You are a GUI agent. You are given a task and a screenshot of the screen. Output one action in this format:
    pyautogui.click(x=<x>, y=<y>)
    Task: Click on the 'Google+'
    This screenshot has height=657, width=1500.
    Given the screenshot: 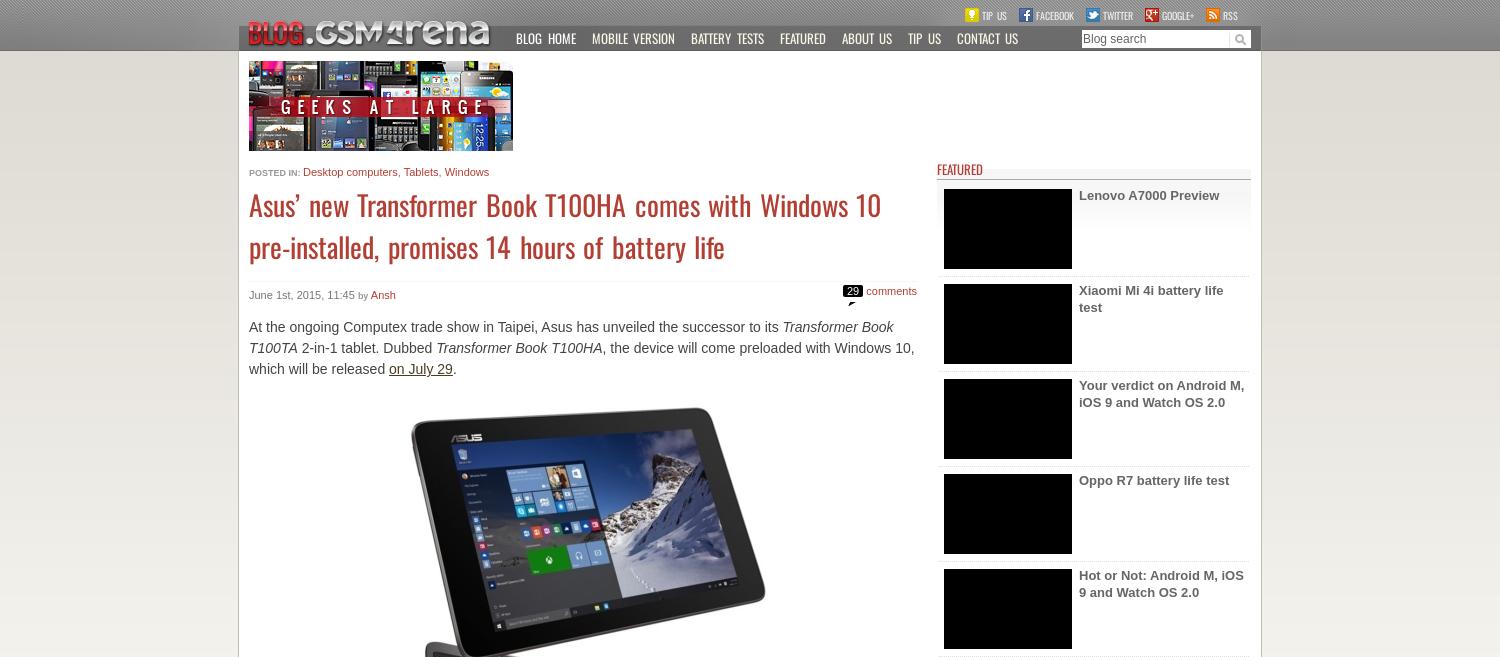 What is the action you would take?
    pyautogui.click(x=1177, y=14)
    